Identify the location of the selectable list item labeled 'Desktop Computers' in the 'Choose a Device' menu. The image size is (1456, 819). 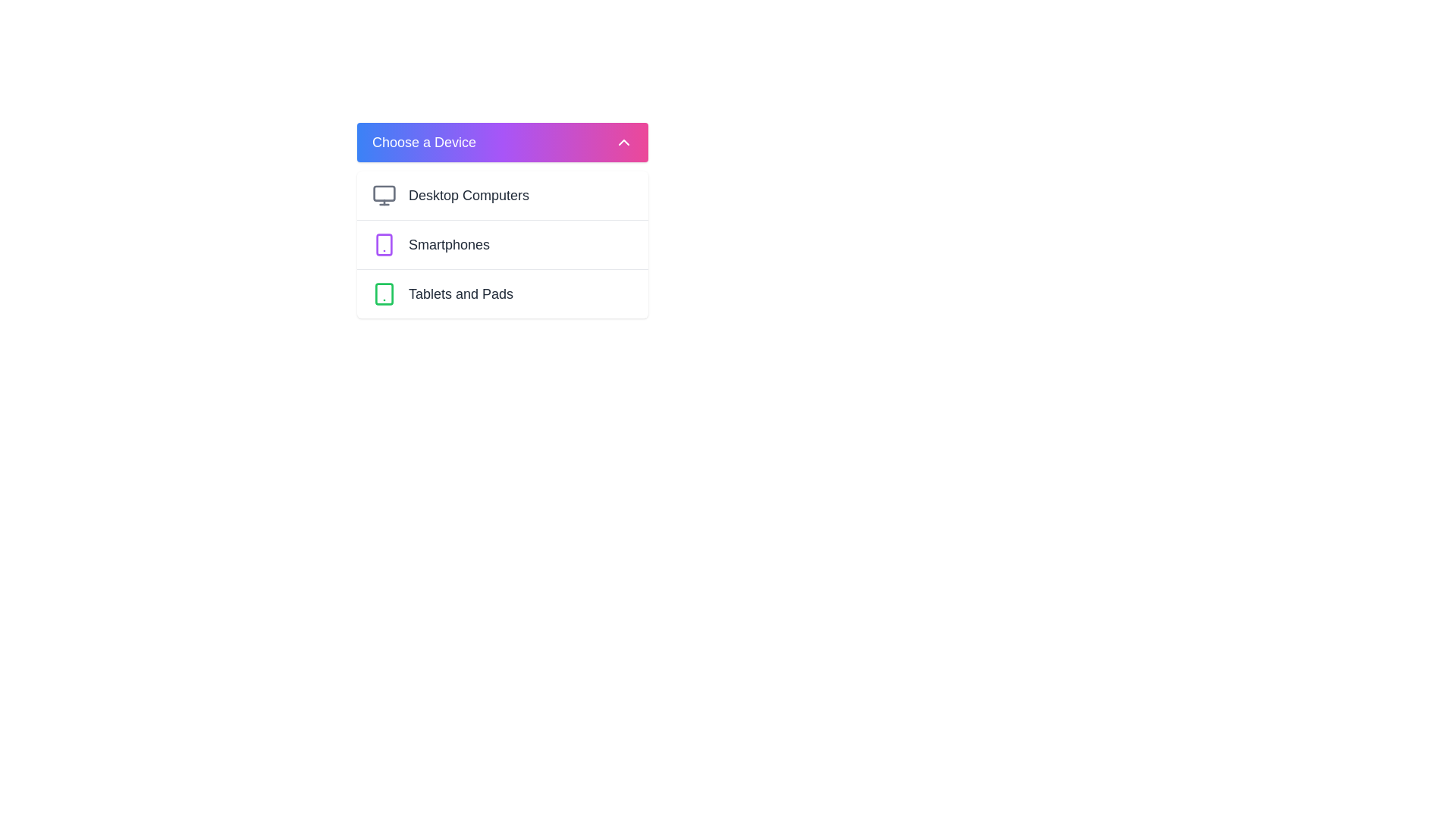
(502, 195).